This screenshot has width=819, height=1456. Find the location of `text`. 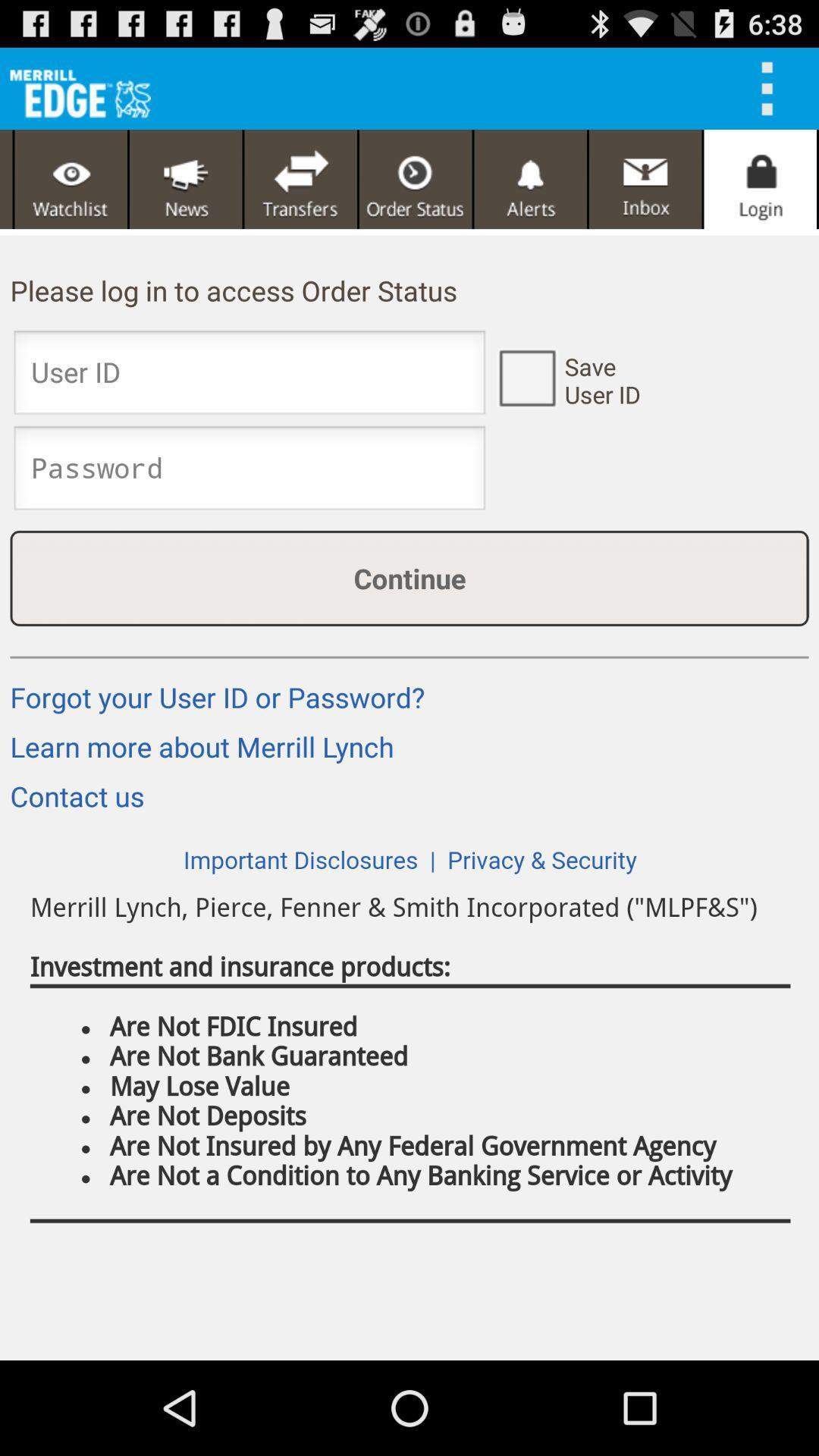

text is located at coordinates (249, 472).